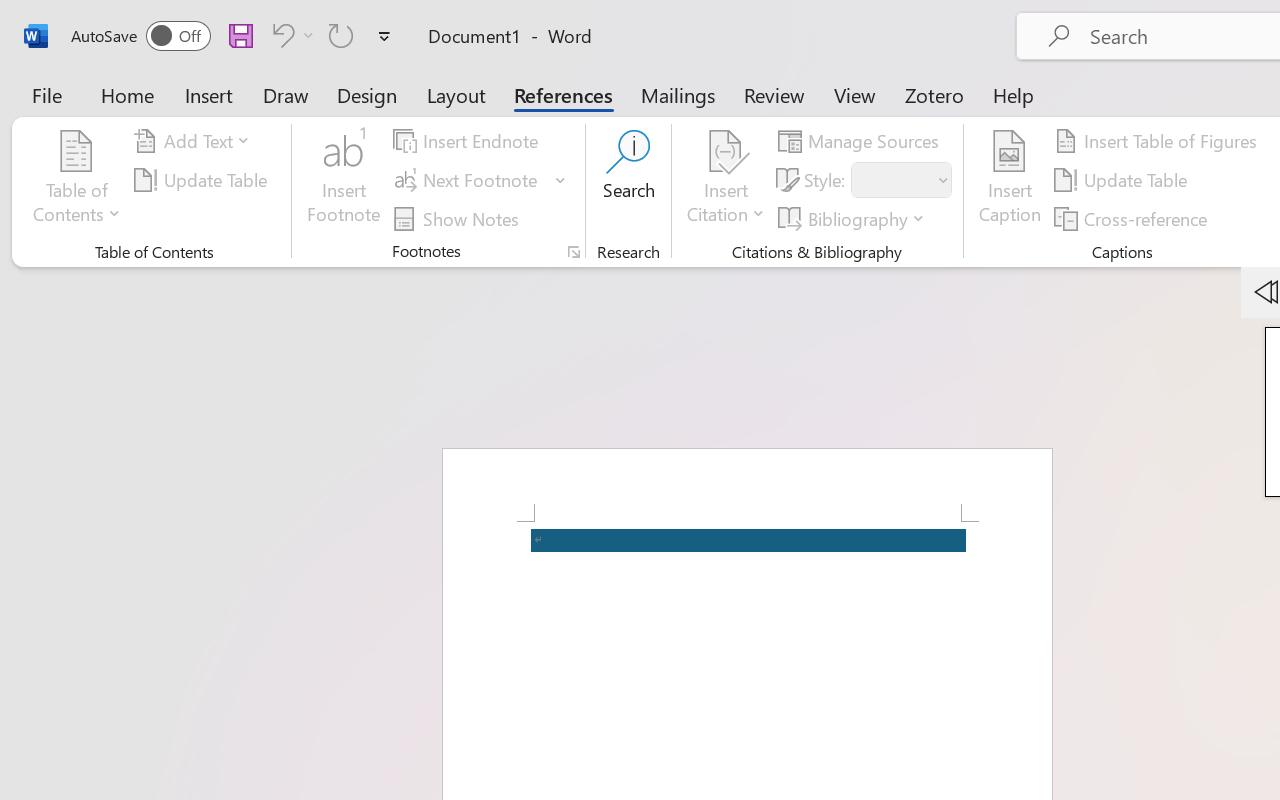  I want to click on 'Insert Footnote', so click(344, 179).